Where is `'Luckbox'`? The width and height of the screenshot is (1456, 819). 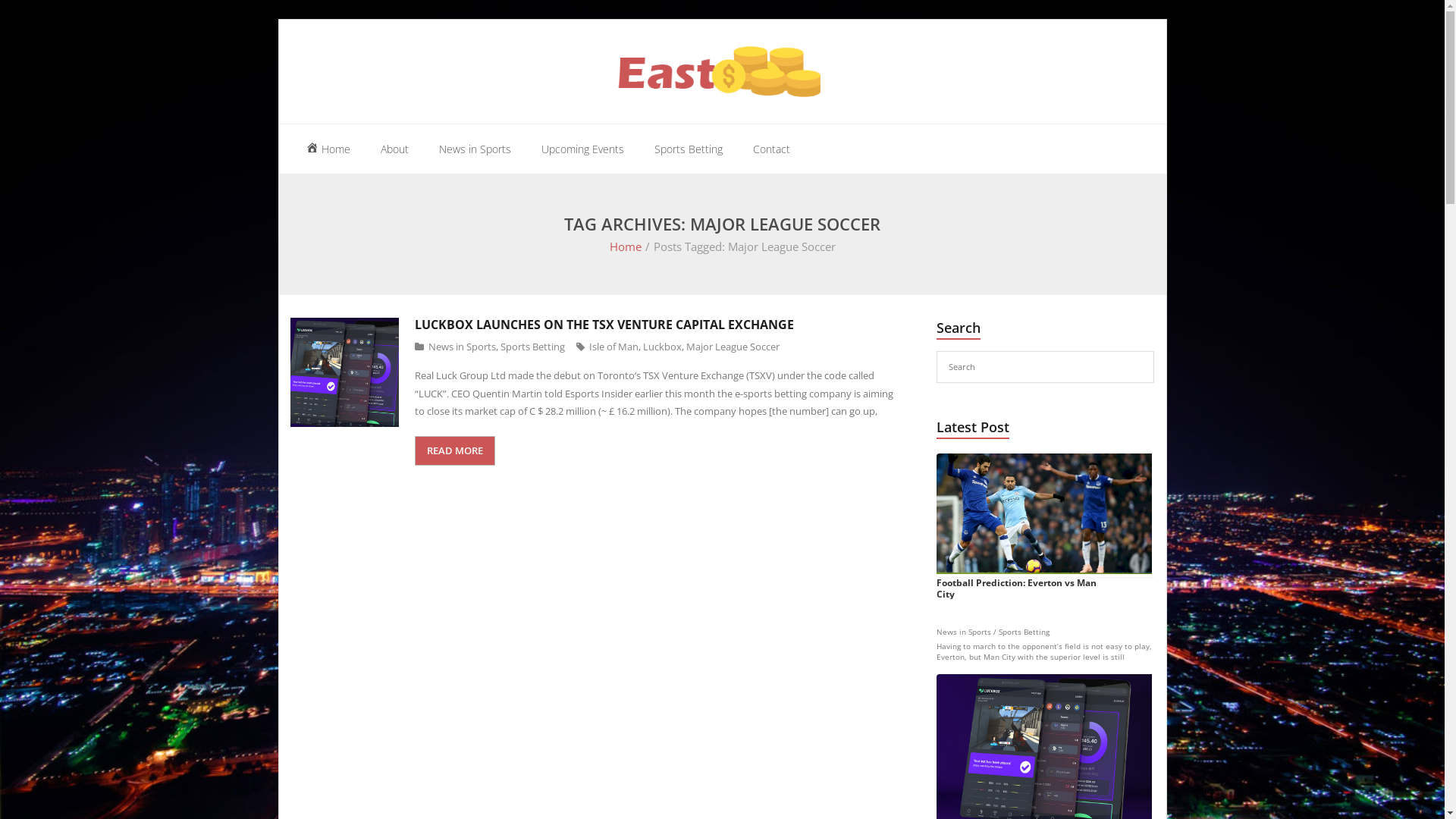
'Luckbox' is located at coordinates (662, 346).